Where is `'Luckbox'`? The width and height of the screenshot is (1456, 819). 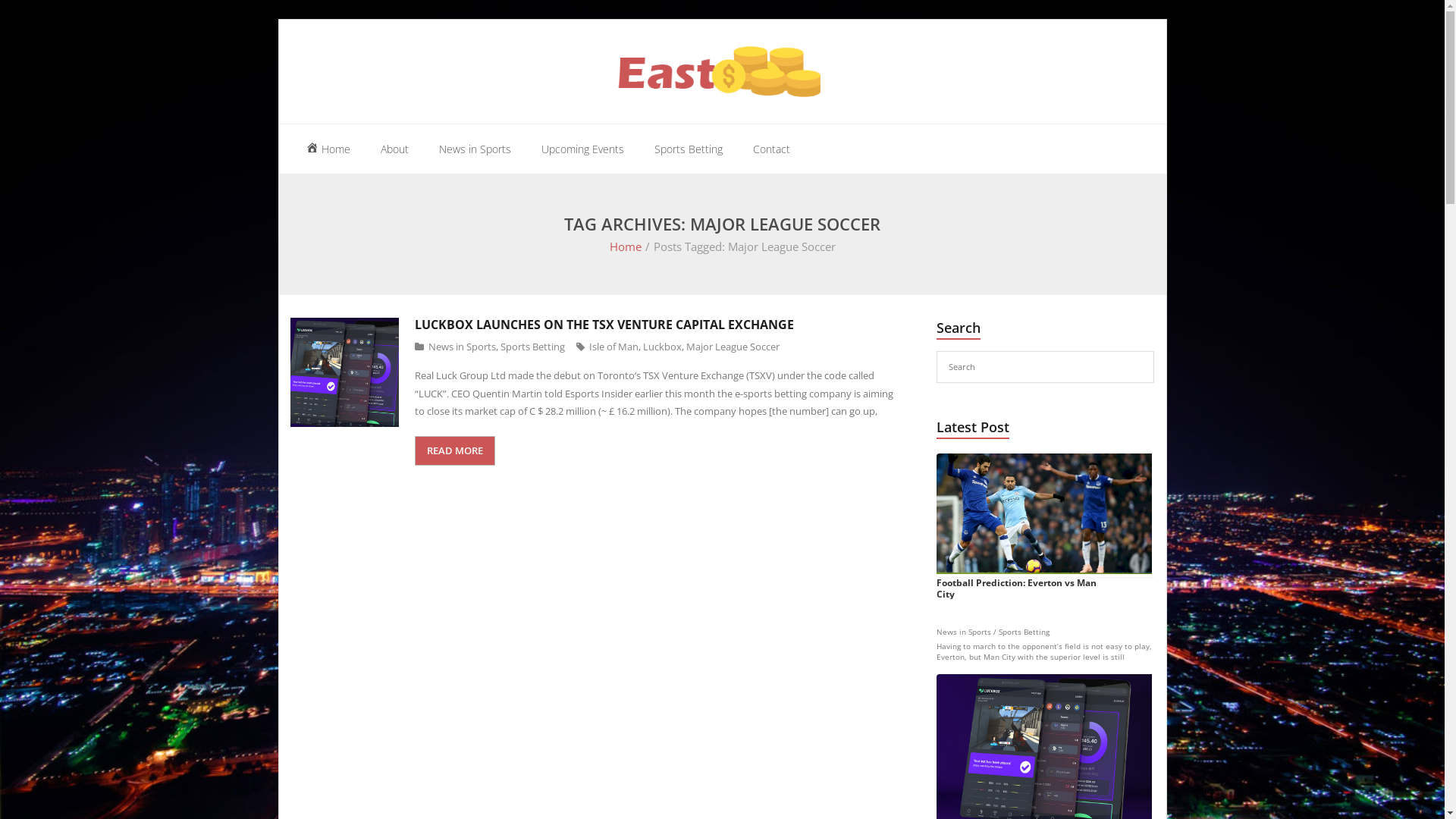
'Luckbox' is located at coordinates (662, 346).